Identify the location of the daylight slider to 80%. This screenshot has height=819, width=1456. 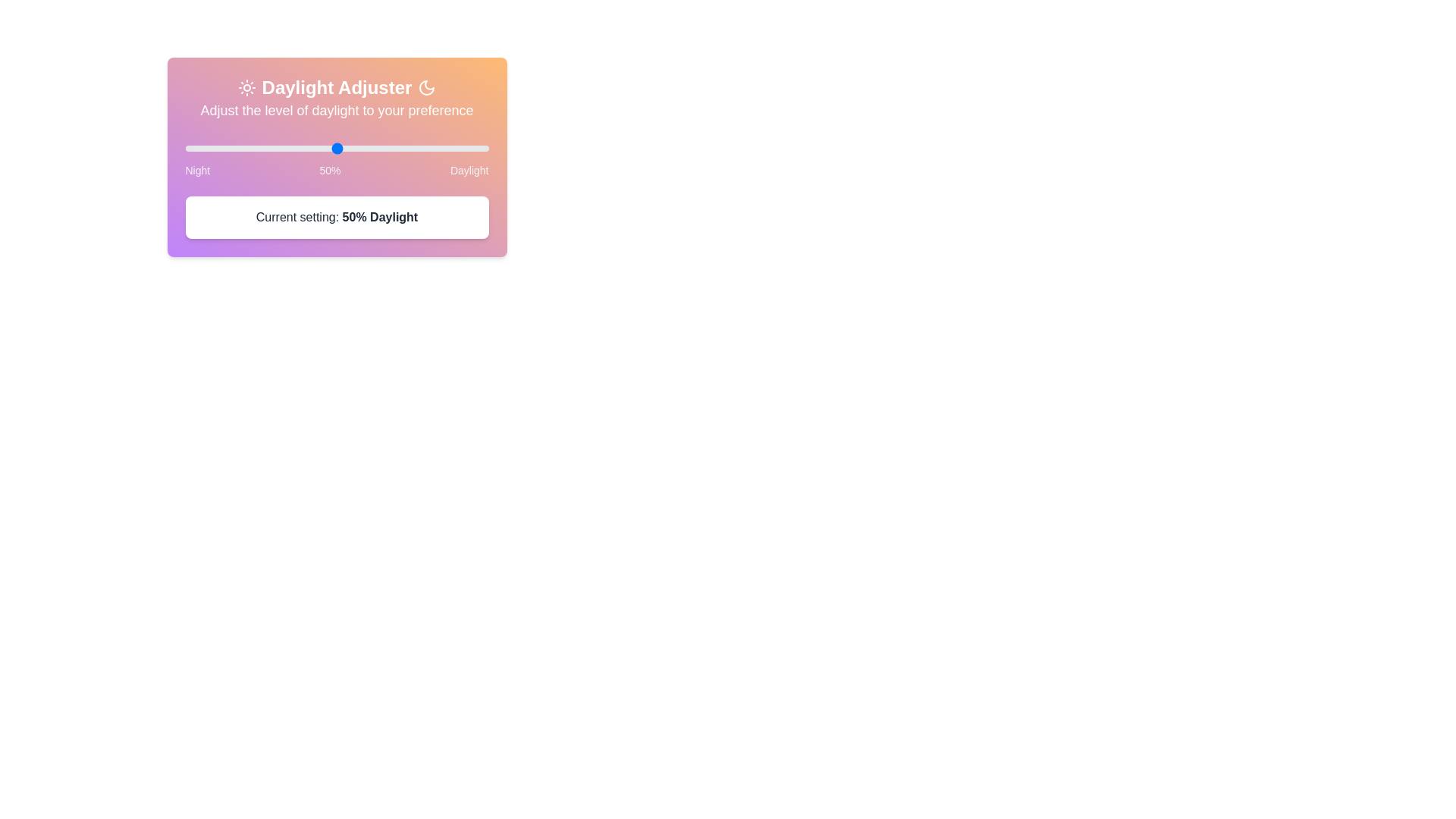
(427, 149).